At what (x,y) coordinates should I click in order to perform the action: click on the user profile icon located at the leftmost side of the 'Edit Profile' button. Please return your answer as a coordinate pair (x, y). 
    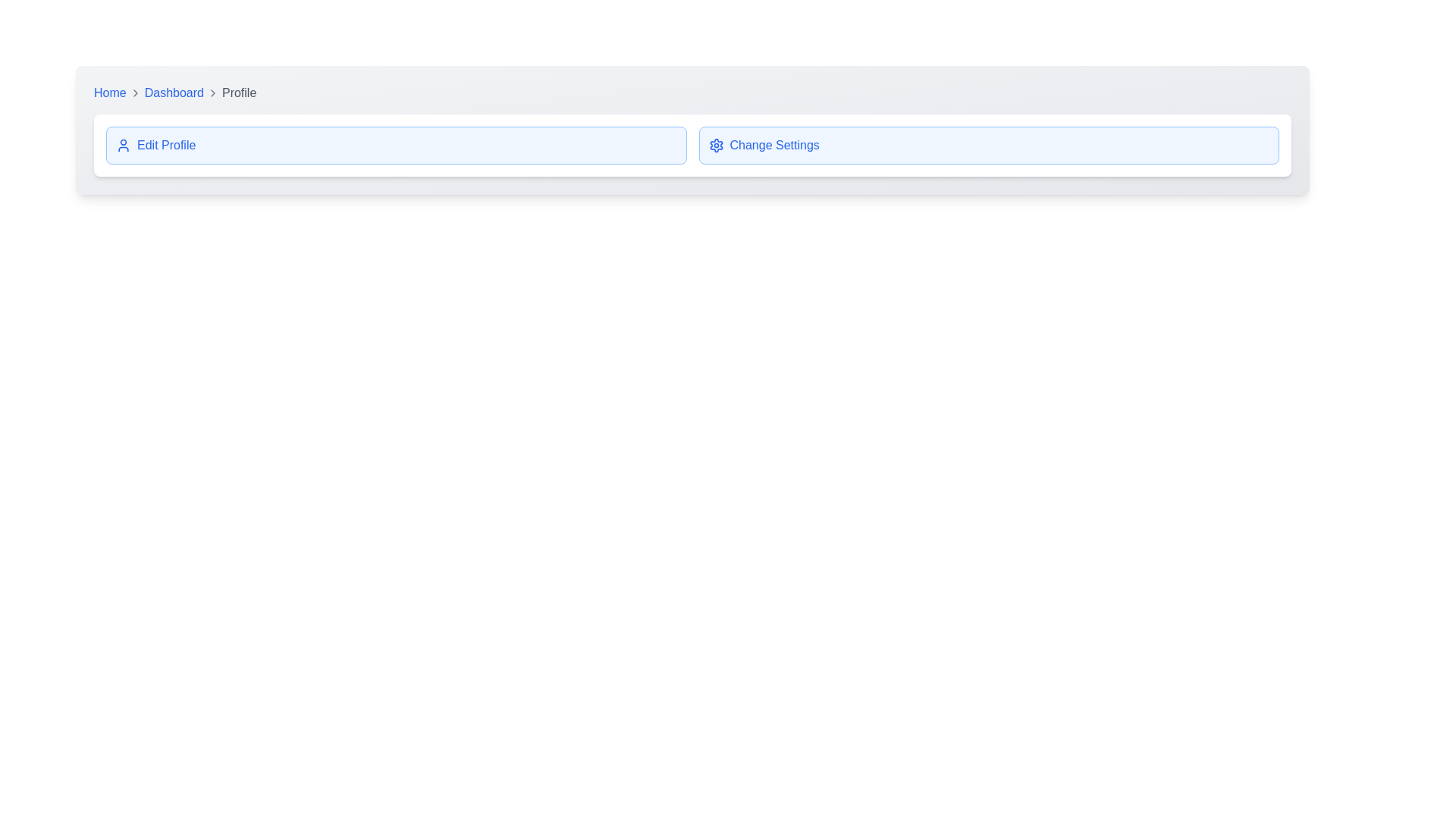
    Looking at the image, I should click on (124, 146).